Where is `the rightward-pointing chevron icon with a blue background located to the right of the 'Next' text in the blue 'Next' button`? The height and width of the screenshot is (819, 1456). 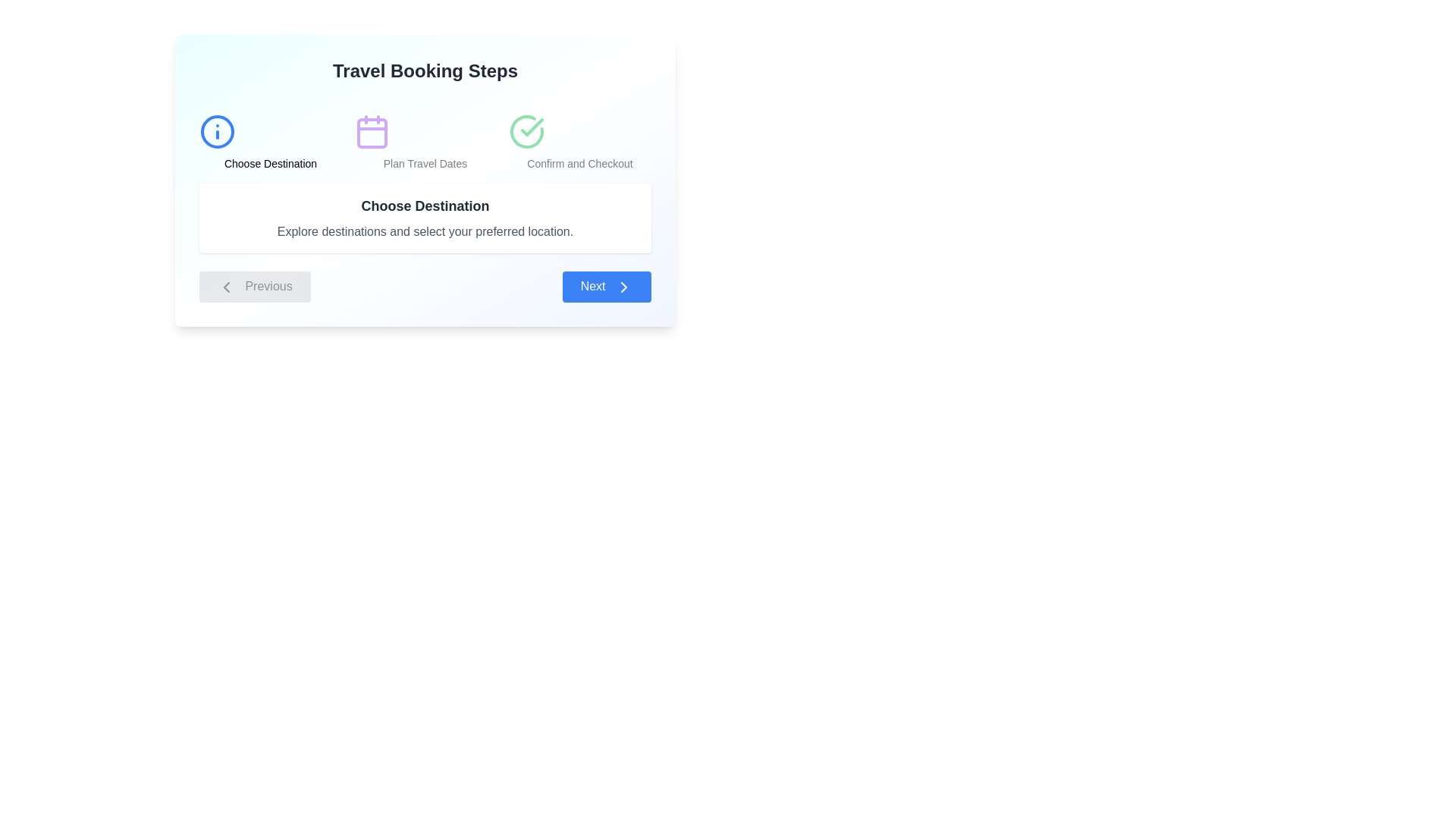 the rightward-pointing chevron icon with a blue background located to the right of the 'Next' text in the blue 'Next' button is located at coordinates (623, 287).